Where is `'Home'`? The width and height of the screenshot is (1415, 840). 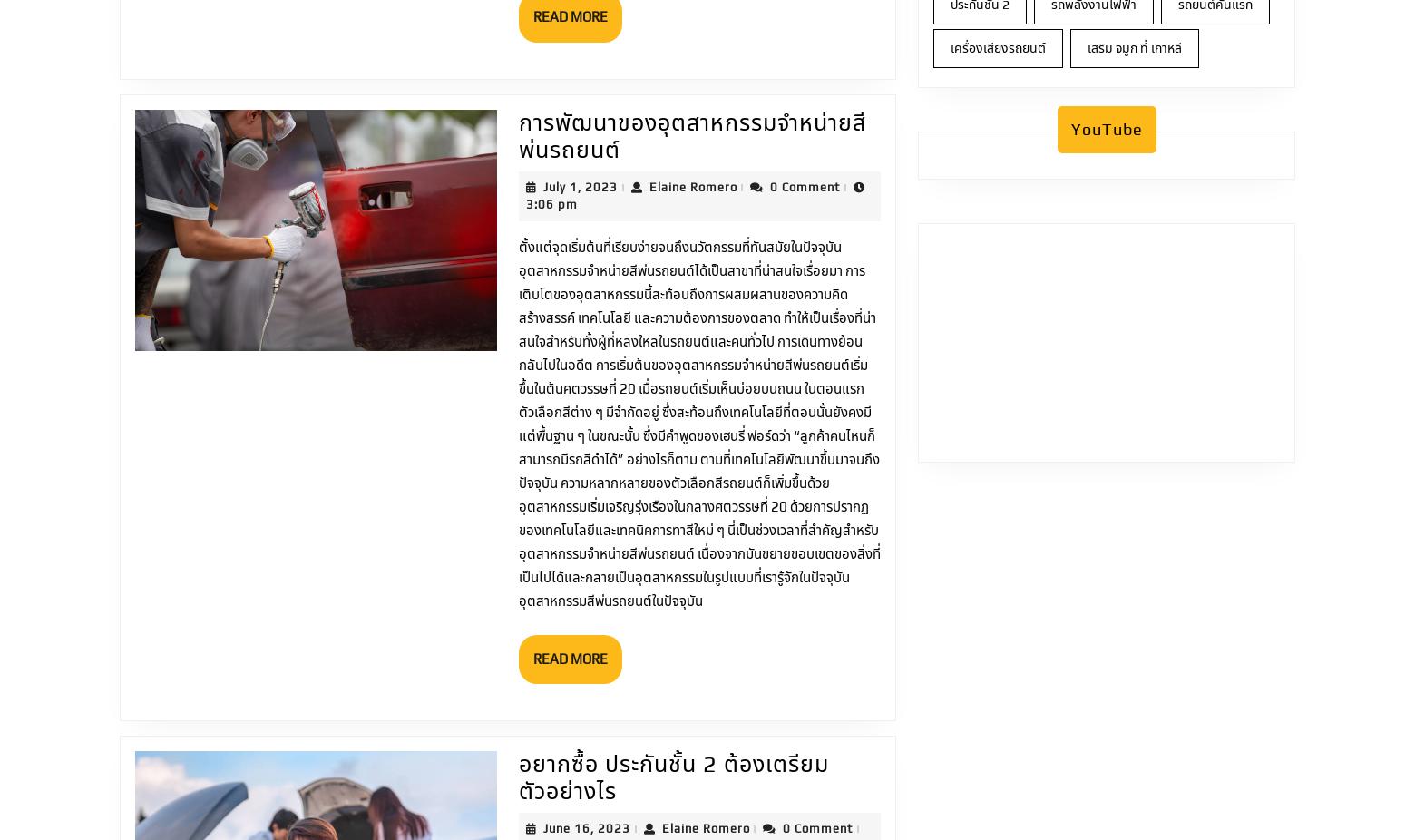
'Home' is located at coordinates (118, 725).